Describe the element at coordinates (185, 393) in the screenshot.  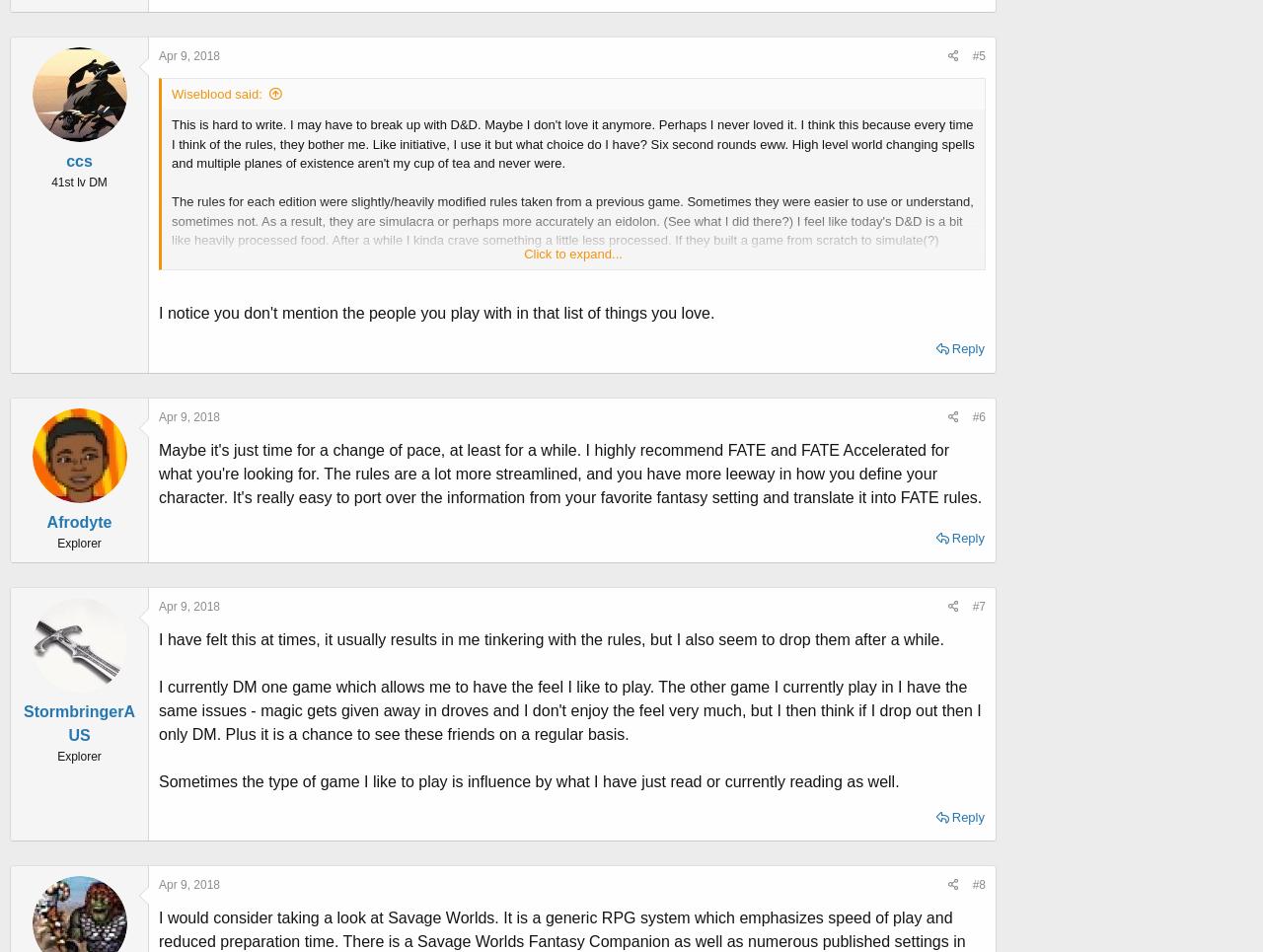
I see `'Dice'` at that location.